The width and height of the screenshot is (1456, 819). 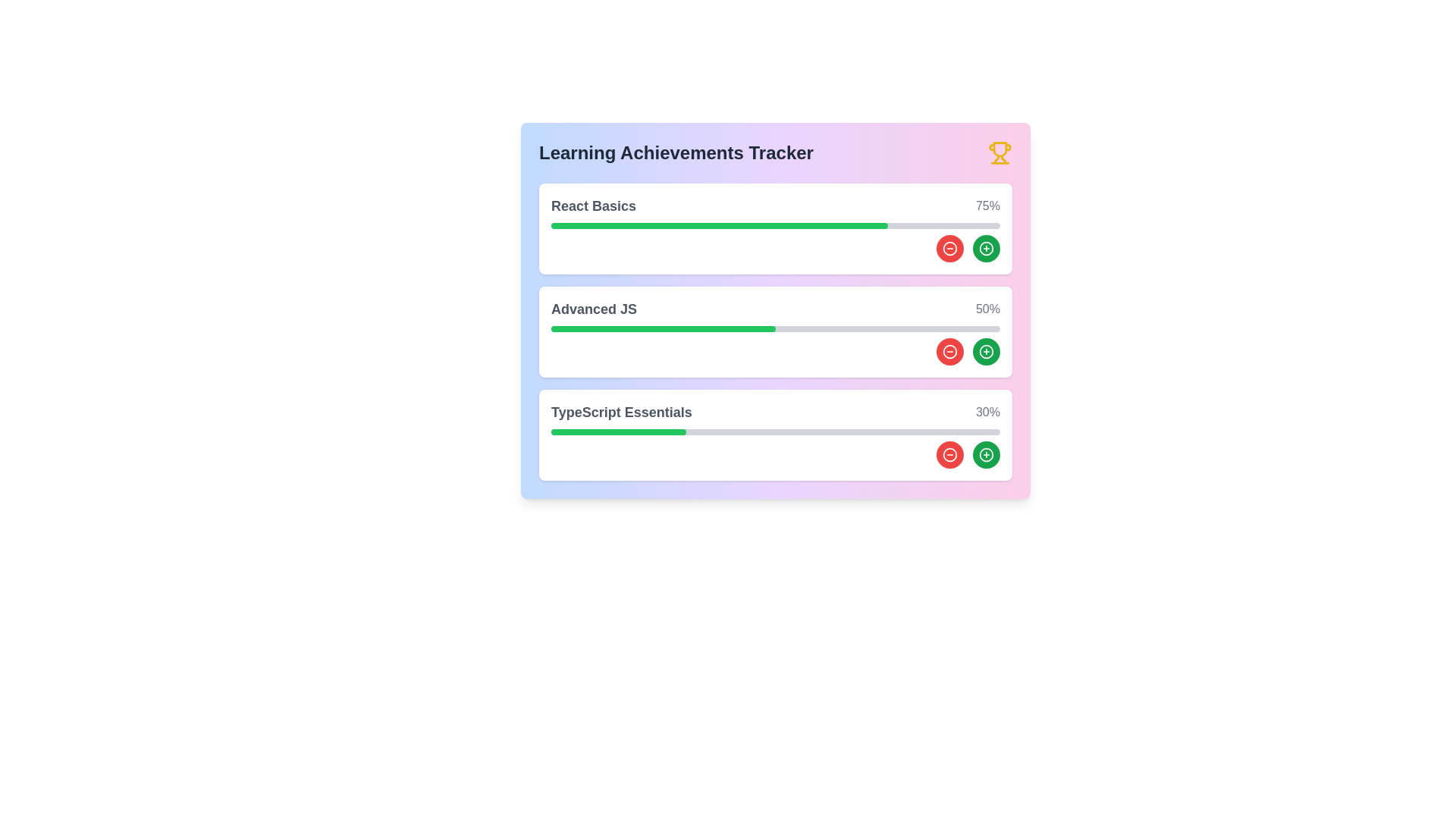 What do you see at coordinates (775, 225) in the screenshot?
I see `the horizontal progress bar indicating 75% progress located beneath the text 'React Basics' and the percentage '75%'` at bounding box center [775, 225].